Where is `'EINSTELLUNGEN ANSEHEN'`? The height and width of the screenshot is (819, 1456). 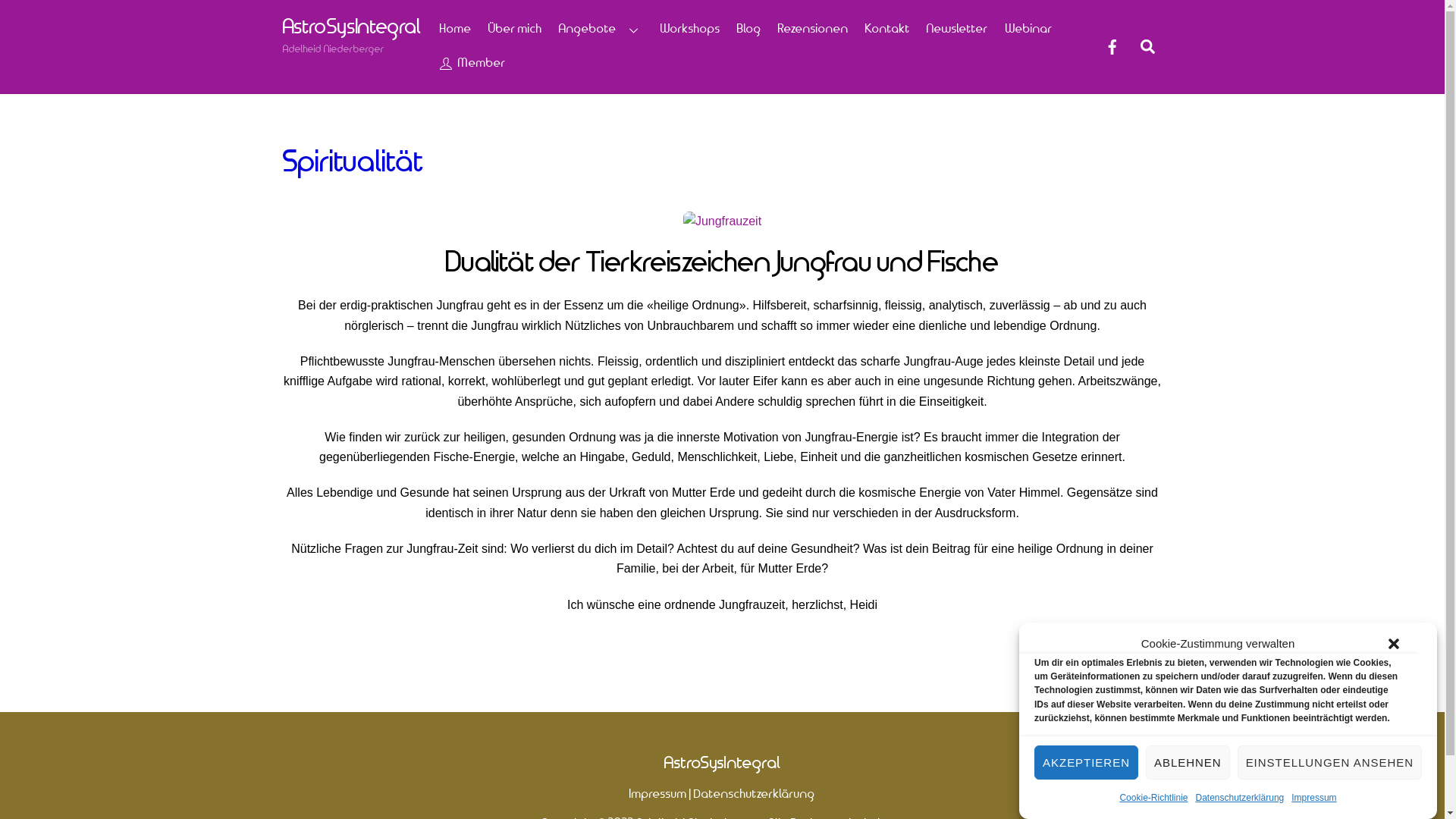 'EINSTELLUNGEN ANSEHEN' is located at coordinates (1329, 763).